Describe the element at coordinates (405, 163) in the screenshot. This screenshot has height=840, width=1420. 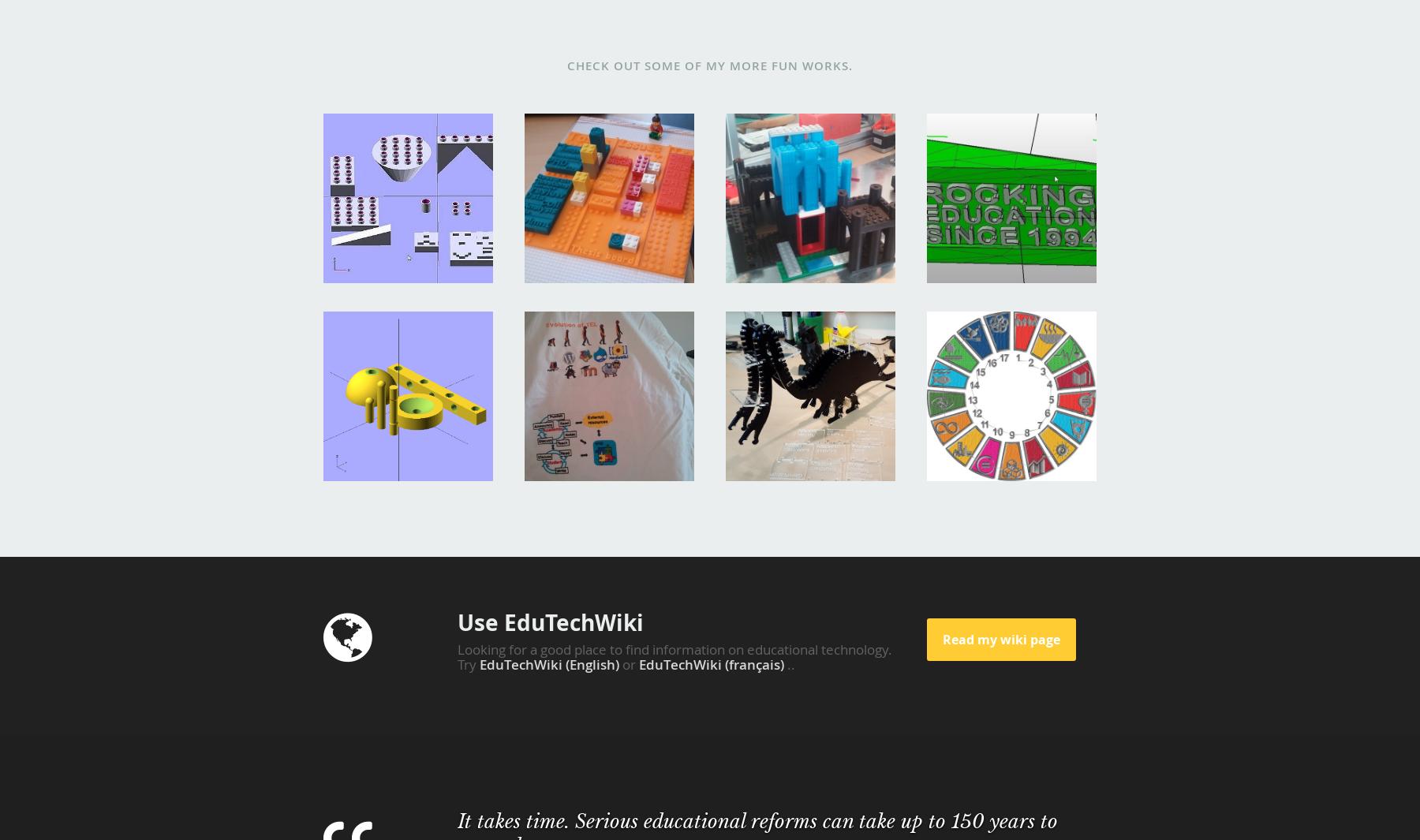
I see `'An openscad library for creating LEGO and DUPLO compatible blocks'` at that location.